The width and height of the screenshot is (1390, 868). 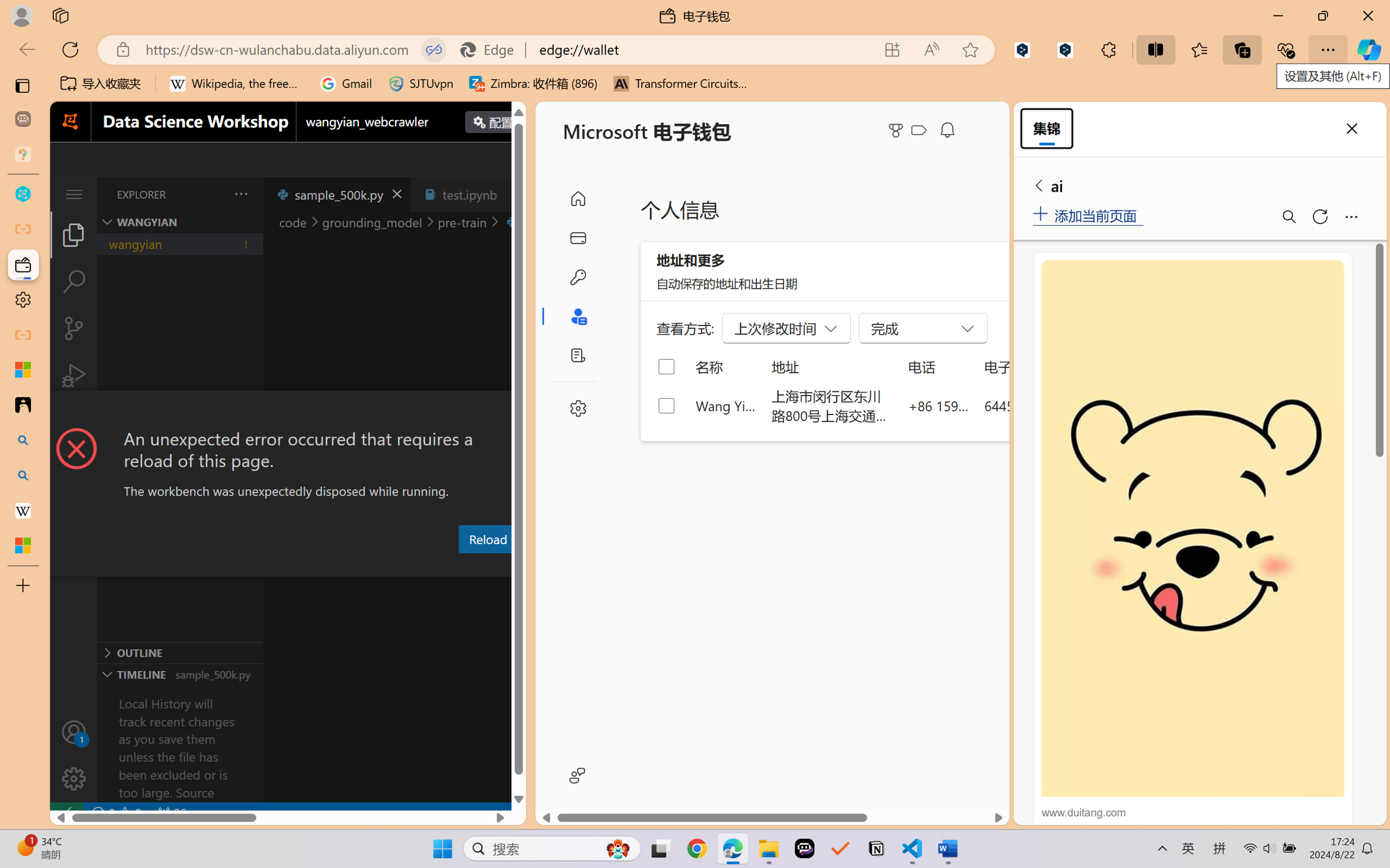 What do you see at coordinates (345, 83) in the screenshot?
I see `'Gmail'` at bounding box center [345, 83].